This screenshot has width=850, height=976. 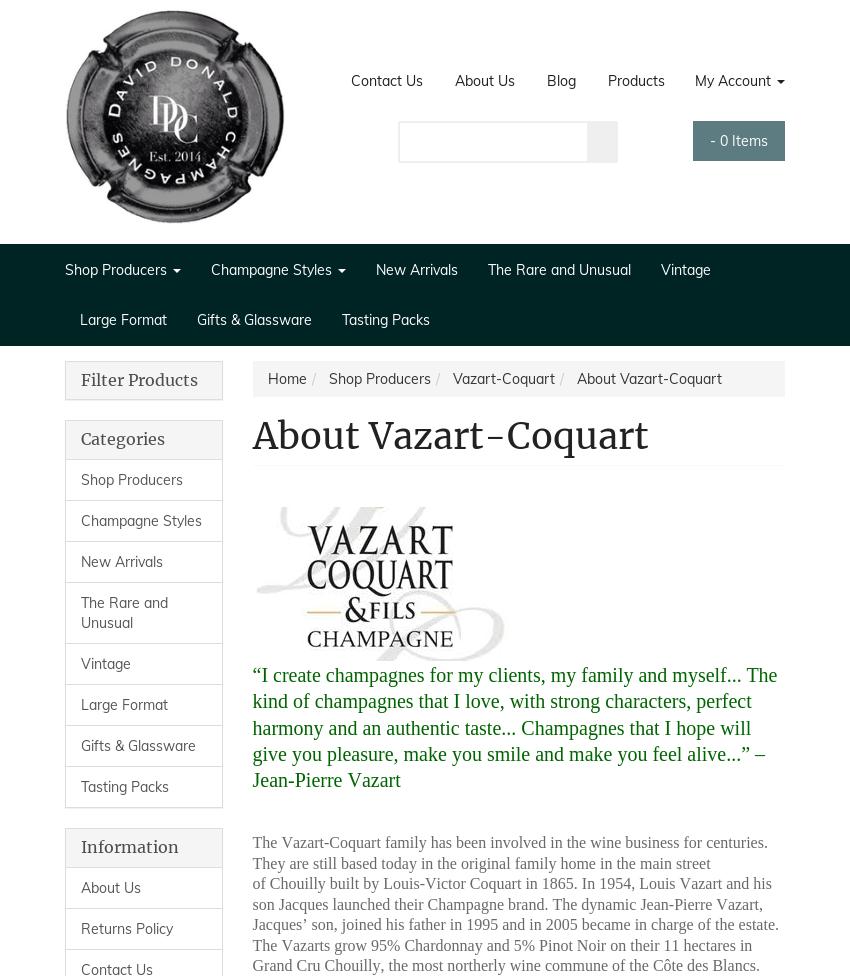 I want to click on '-', so click(x=707, y=138).